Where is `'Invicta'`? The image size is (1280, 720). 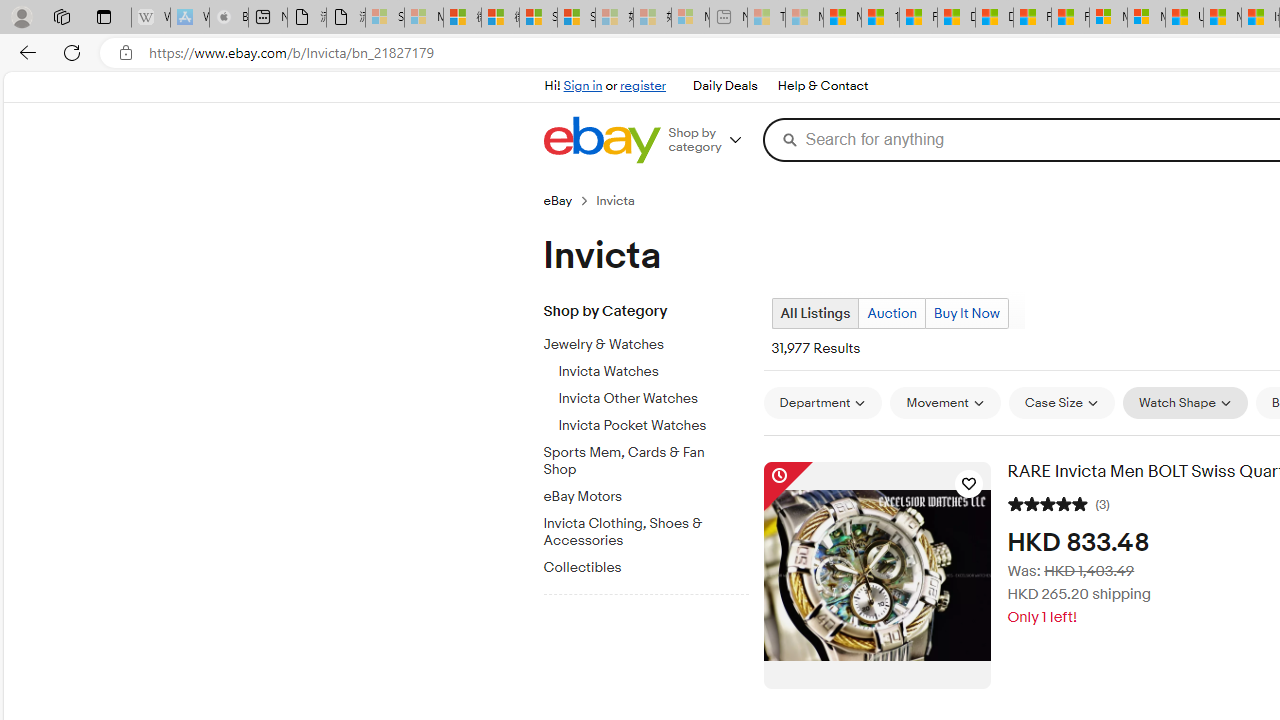 'Invicta' is located at coordinates (623, 200).